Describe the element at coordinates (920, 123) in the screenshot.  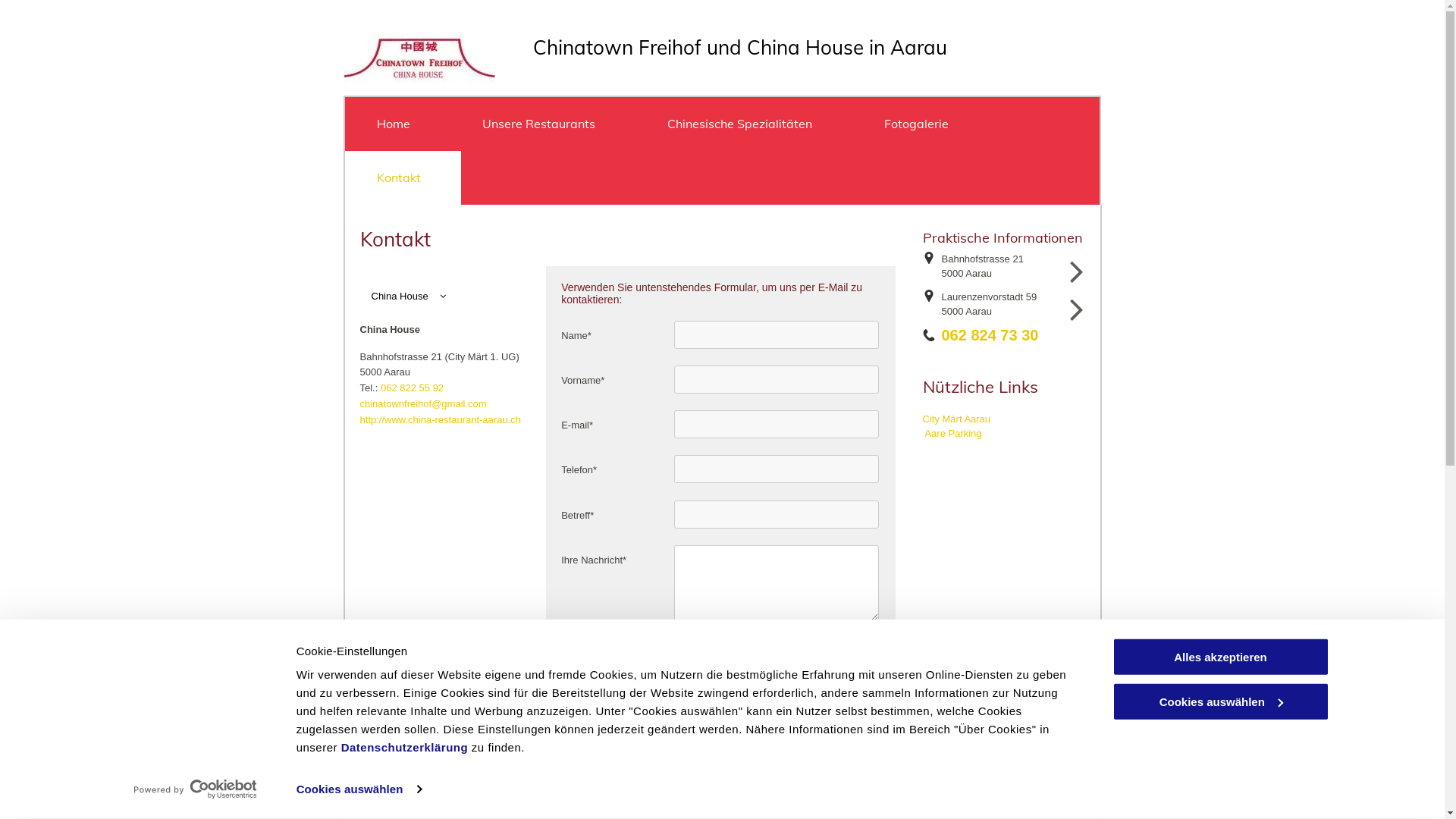
I see `'Fotogalerie'` at that location.